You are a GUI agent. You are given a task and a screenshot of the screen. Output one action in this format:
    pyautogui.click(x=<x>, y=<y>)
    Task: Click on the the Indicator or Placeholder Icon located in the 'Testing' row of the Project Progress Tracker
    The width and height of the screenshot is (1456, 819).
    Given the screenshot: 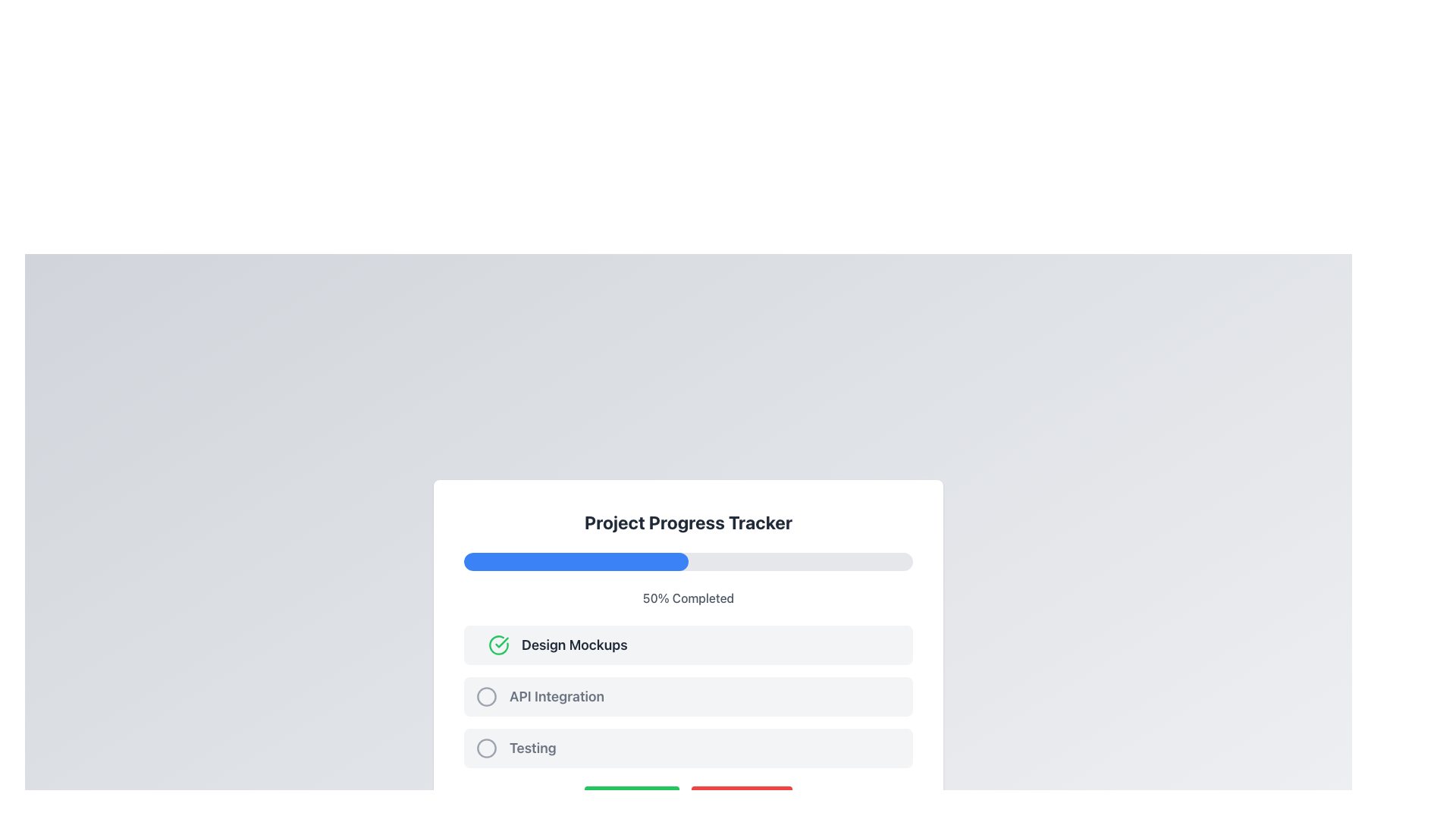 What is the action you would take?
    pyautogui.click(x=487, y=748)
    